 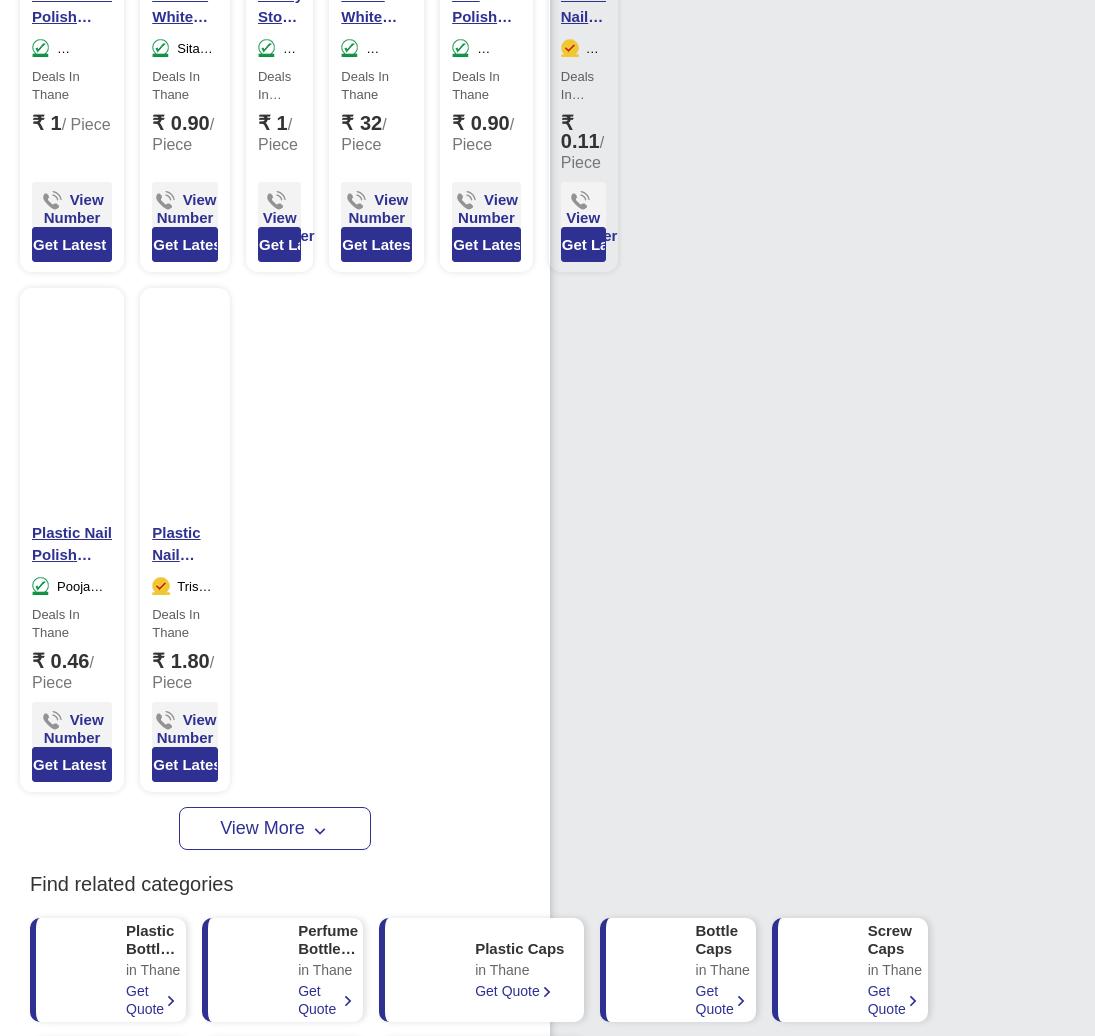 What do you see at coordinates (30, 660) in the screenshot?
I see `'₹ 0.46'` at bounding box center [30, 660].